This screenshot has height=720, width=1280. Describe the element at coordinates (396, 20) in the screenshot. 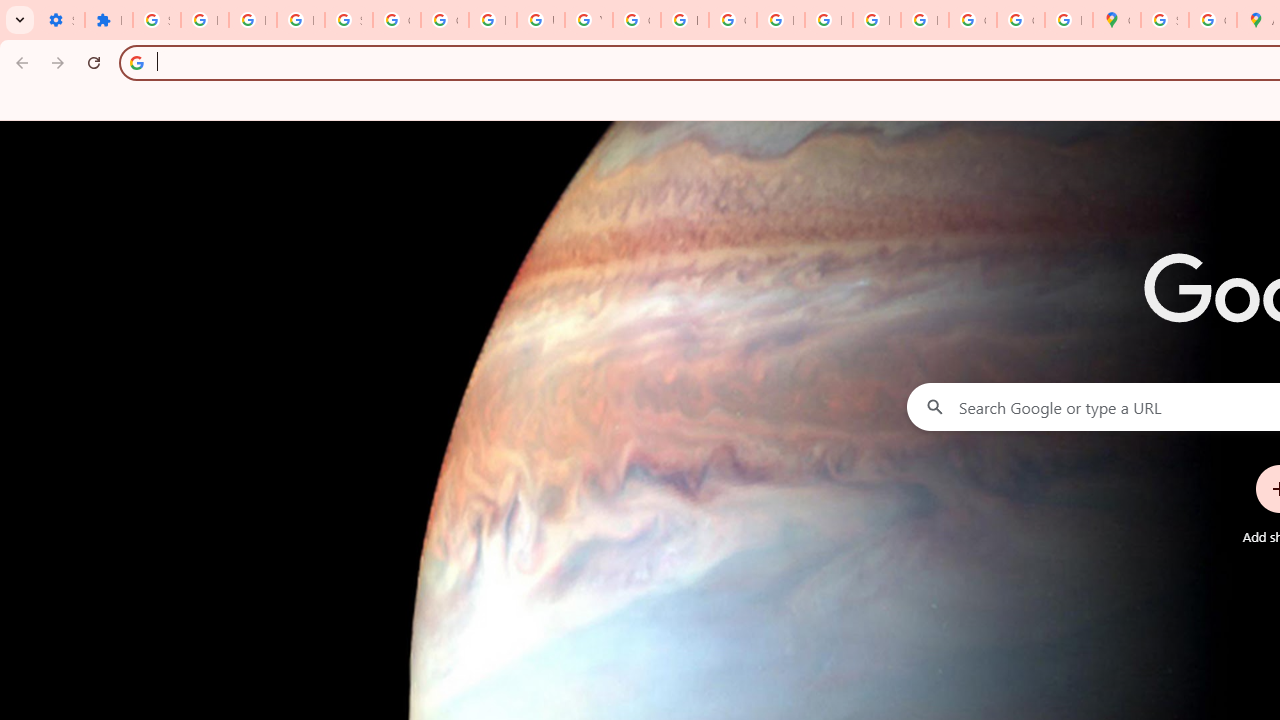

I see `'Google Account Help'` at that location.